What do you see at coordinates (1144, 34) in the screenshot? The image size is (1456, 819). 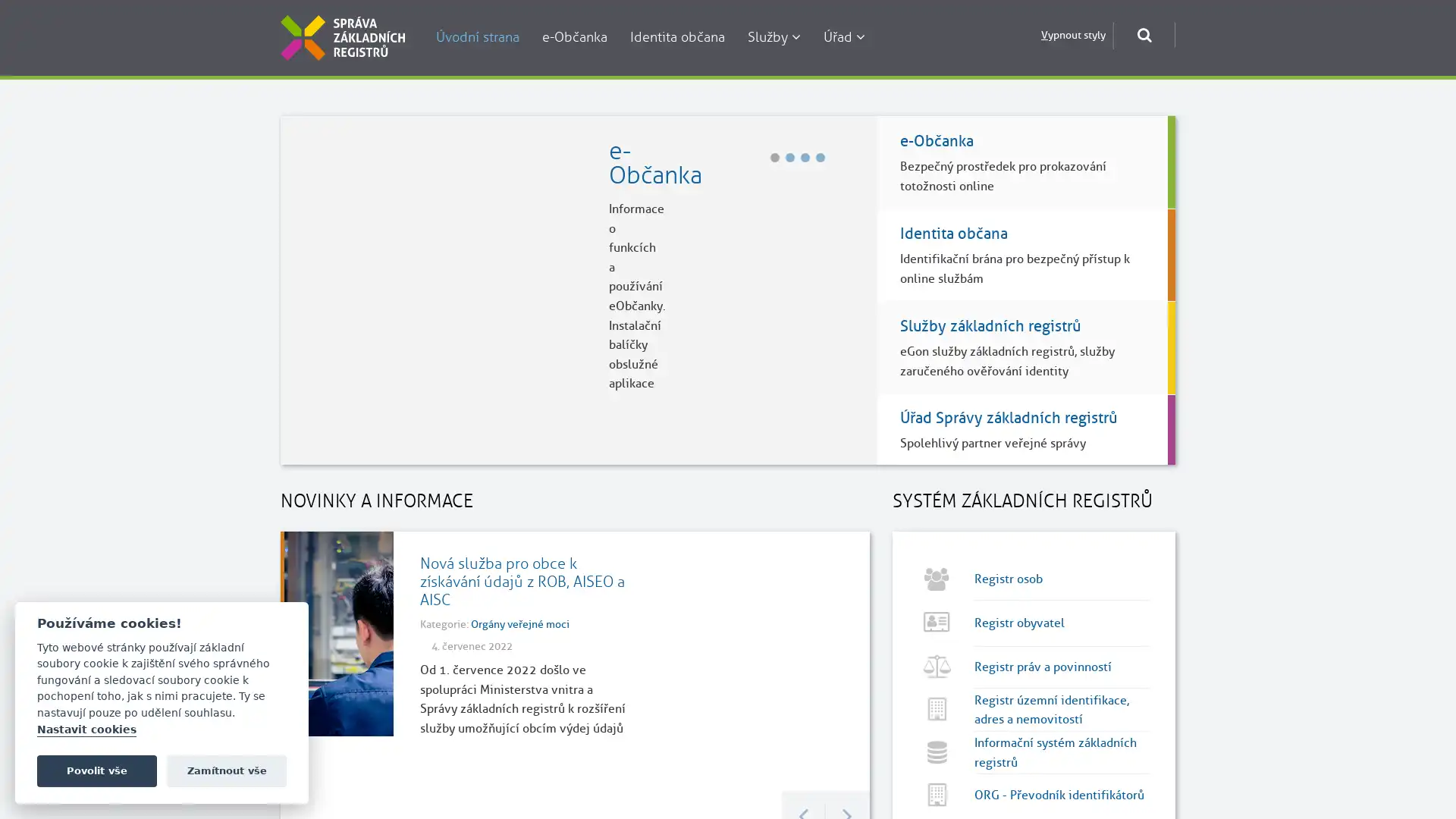 I see `Otevrit okno pro vyhledavani` at bounding box center [1144, 34].